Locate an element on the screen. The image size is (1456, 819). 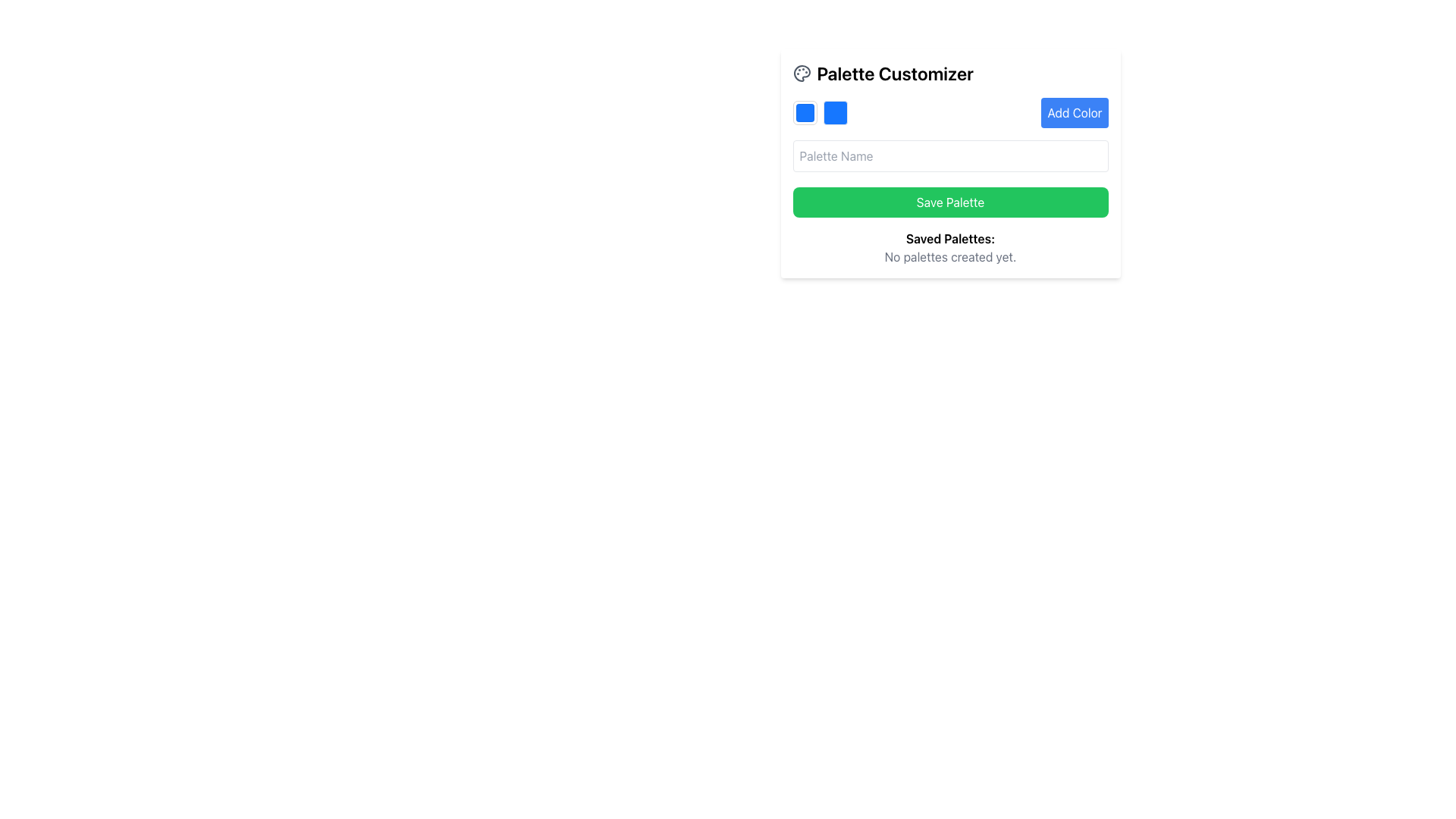
the informative text block indicating the section for saved palettes, located at the bottom of the 'Palette Customizer' card, beneath the green 'Save Palette' button is located at coordinates (949, 247).